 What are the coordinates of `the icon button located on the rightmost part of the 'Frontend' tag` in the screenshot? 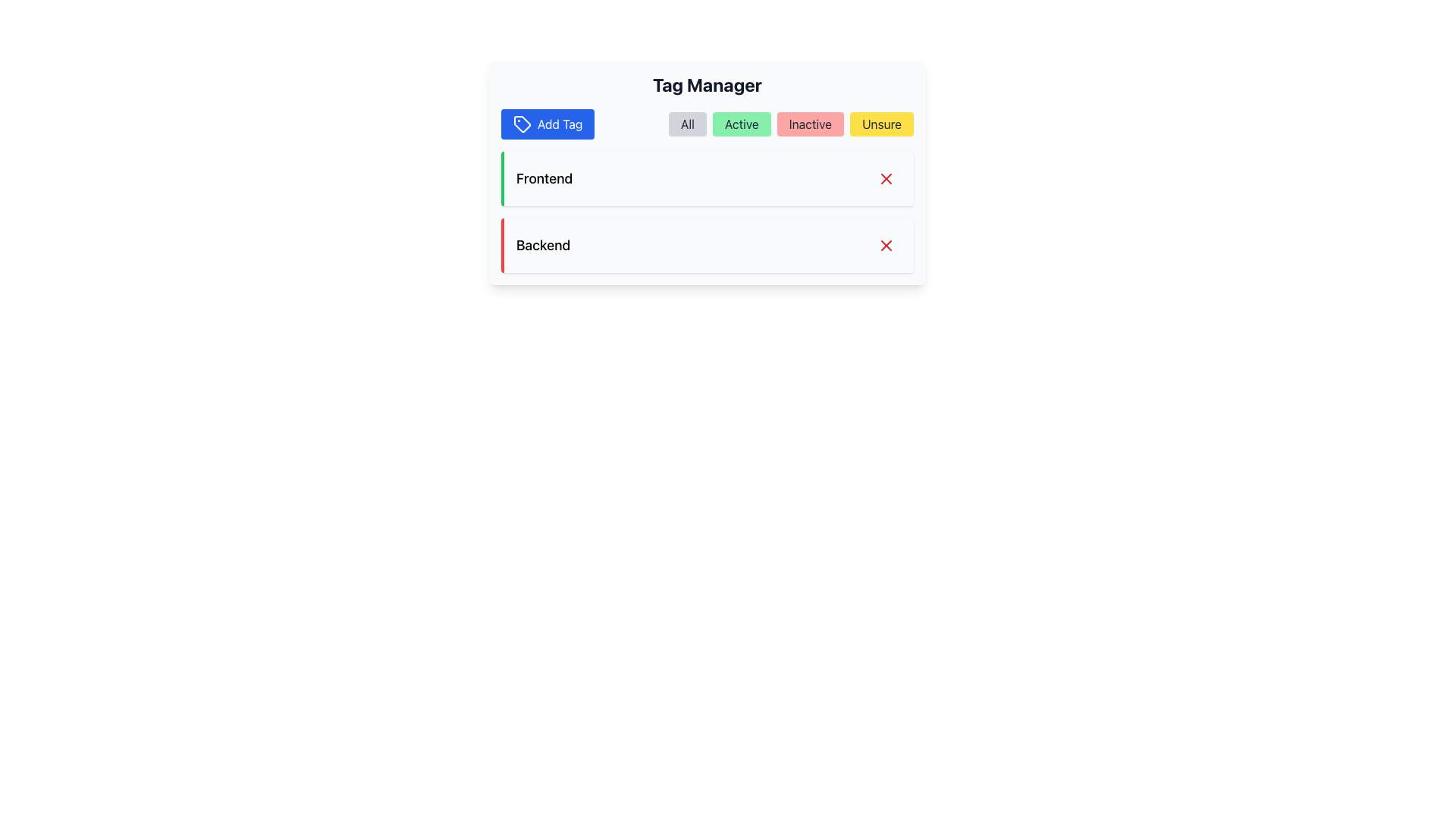 It's located at (886, 177).